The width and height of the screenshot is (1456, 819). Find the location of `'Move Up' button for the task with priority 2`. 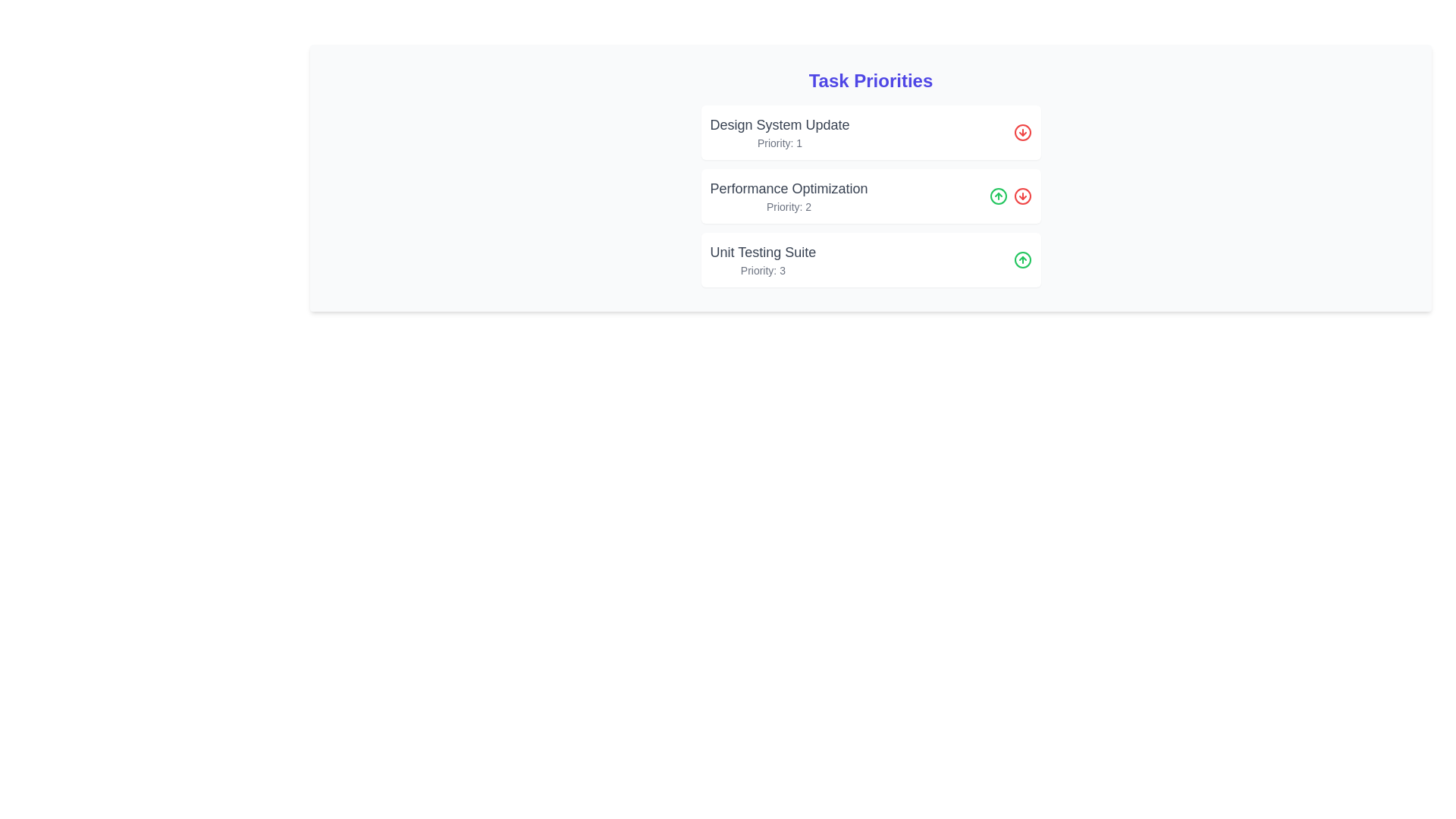

'Move Up' button for the task with priority 2 is located at coordinates (998, 195).